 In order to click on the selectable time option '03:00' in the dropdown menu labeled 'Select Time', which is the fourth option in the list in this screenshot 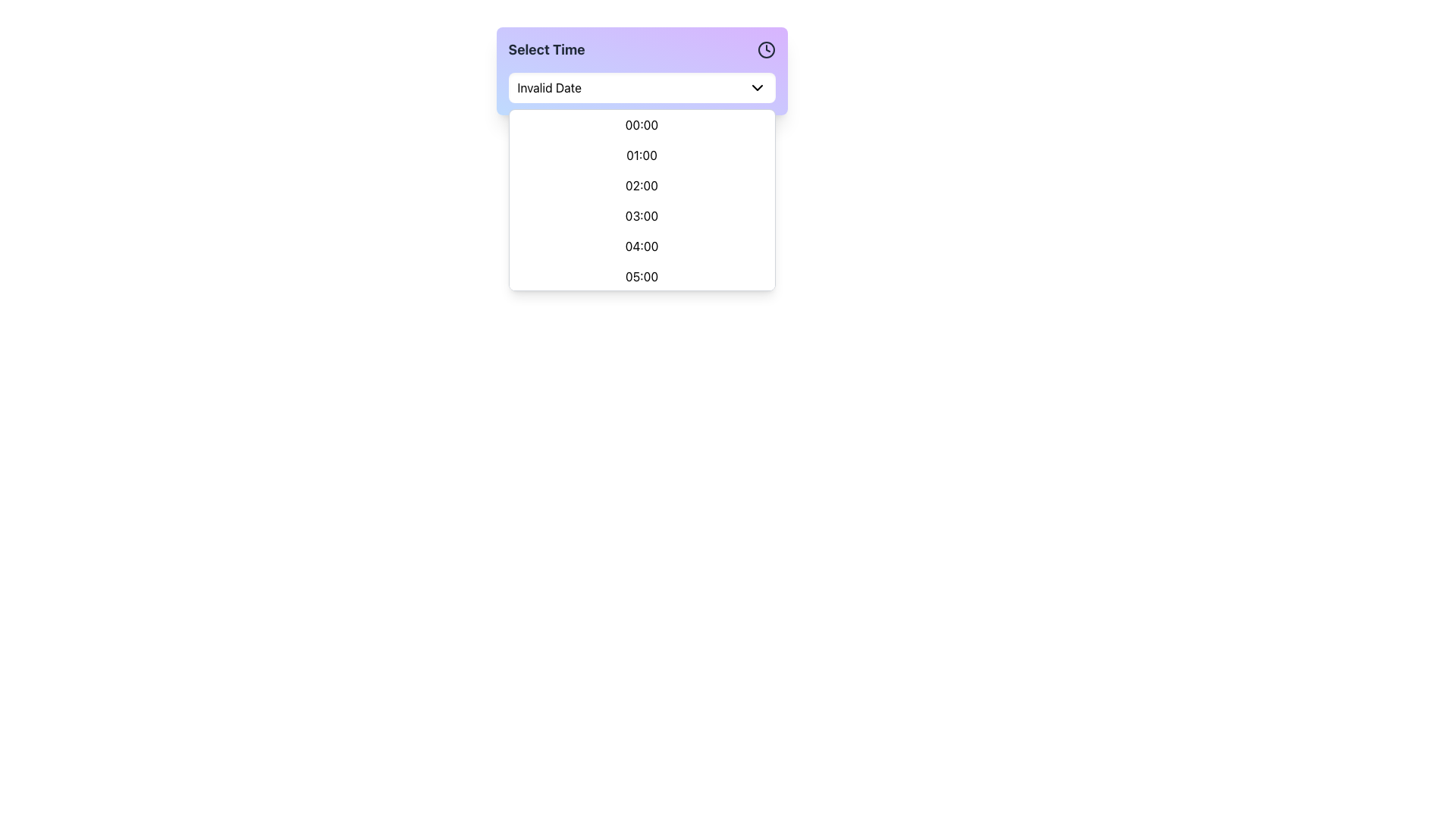, I will do `click(642, 216)`.